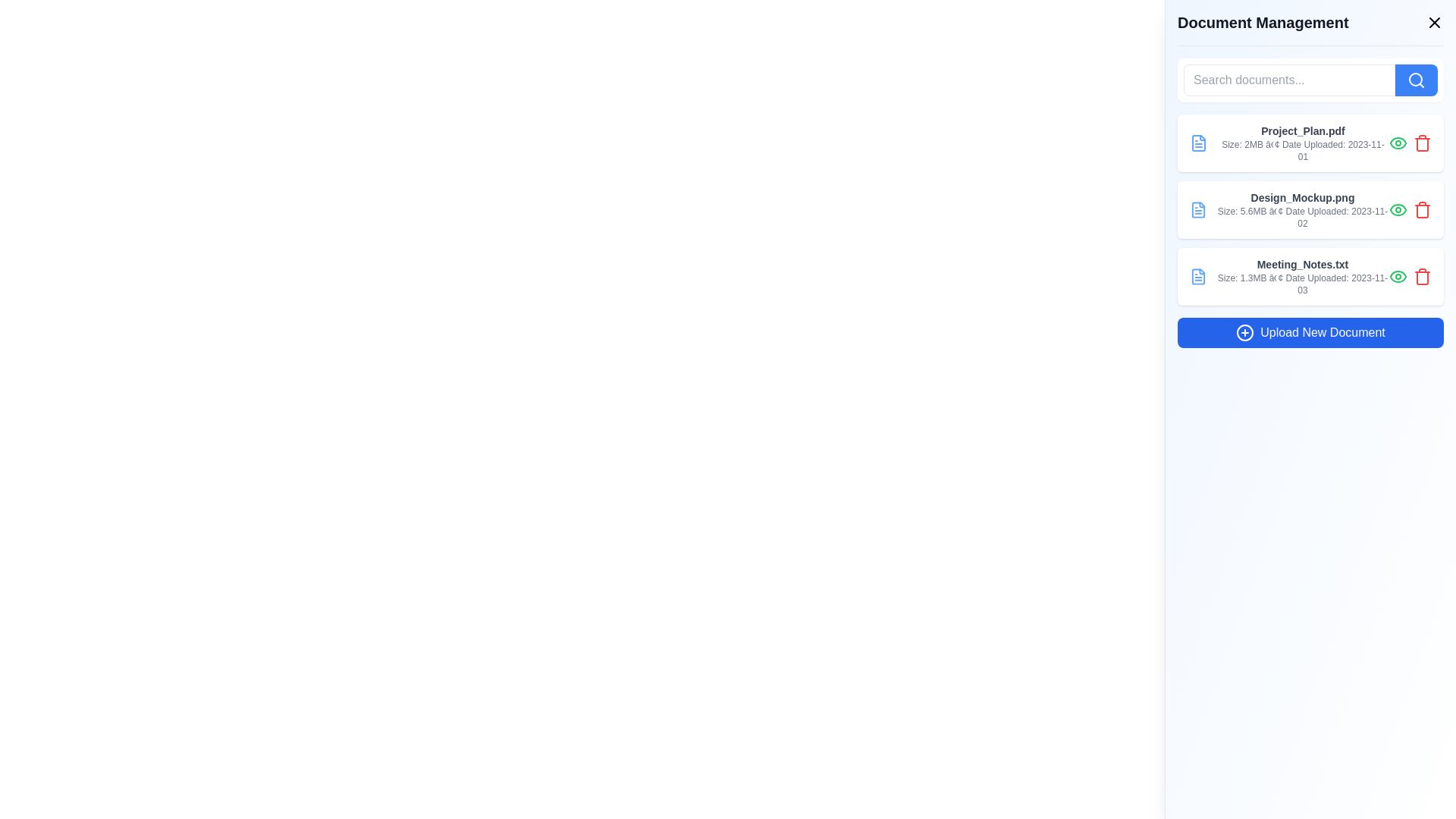 The height and width of the screenshot is (819, 1456). I want to click on the Icon button located to the right of the file name, so click(1397, 143).